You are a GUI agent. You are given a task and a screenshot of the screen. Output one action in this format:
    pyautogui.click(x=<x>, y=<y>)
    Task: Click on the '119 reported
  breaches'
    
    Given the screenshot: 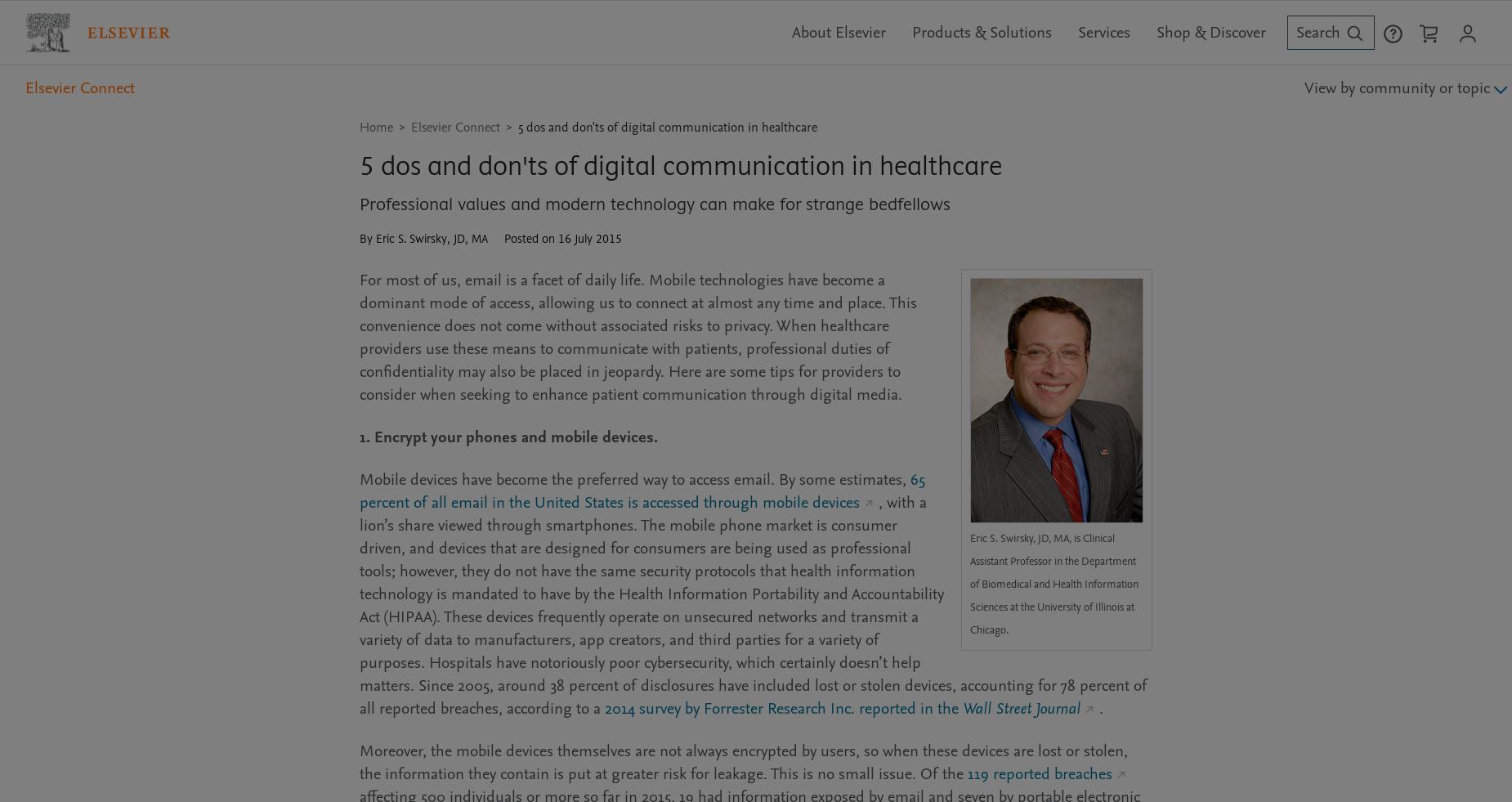 What is the action you would take?
    pyautogui.click(x=1039, y=773)
    